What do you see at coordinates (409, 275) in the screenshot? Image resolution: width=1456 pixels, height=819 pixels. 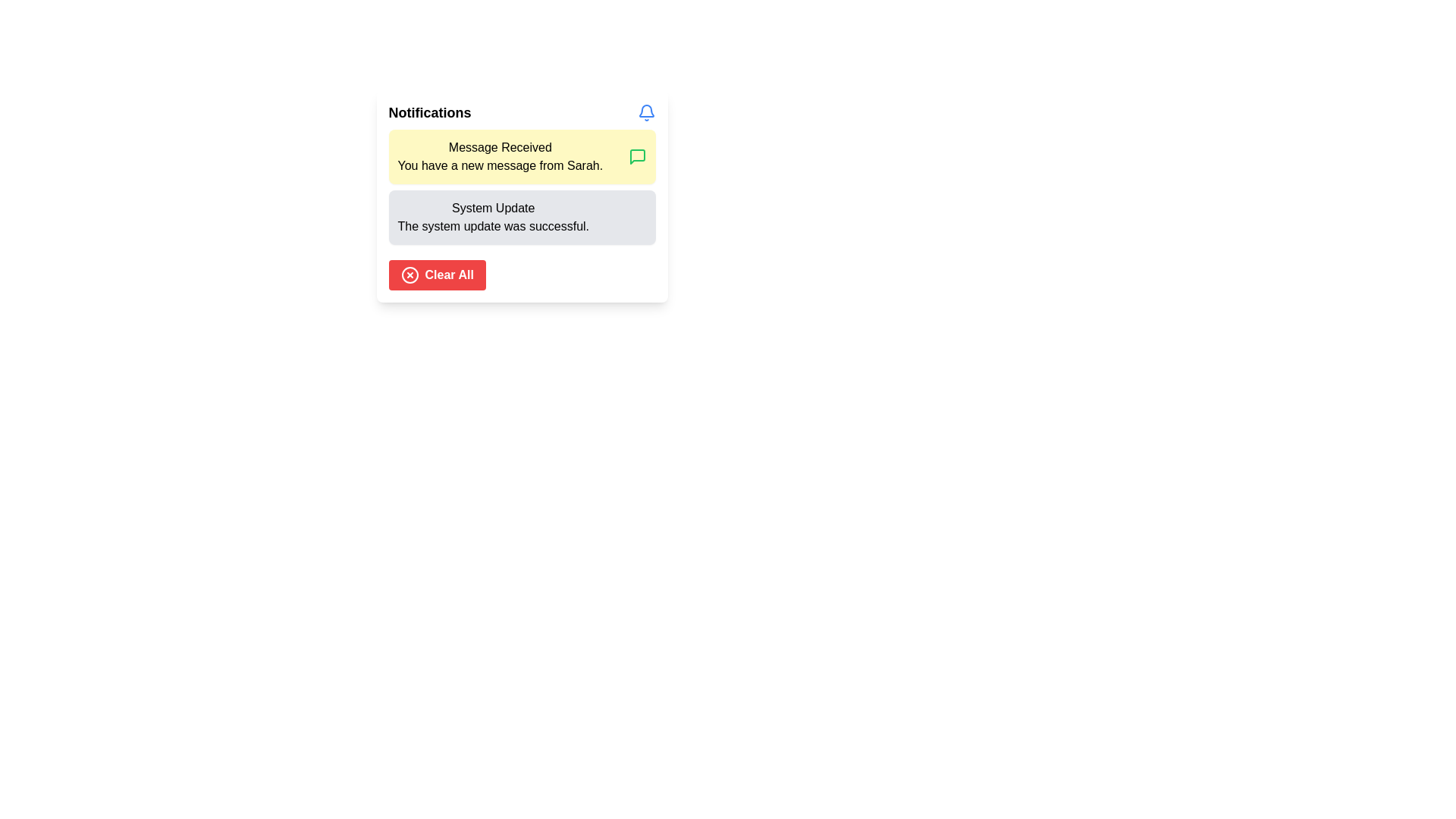 I see `the icon located to the left of the 'Clear All' button in the notification panel, which signifies the functionality of clearing all notifications` at bounding box center [409, 275].